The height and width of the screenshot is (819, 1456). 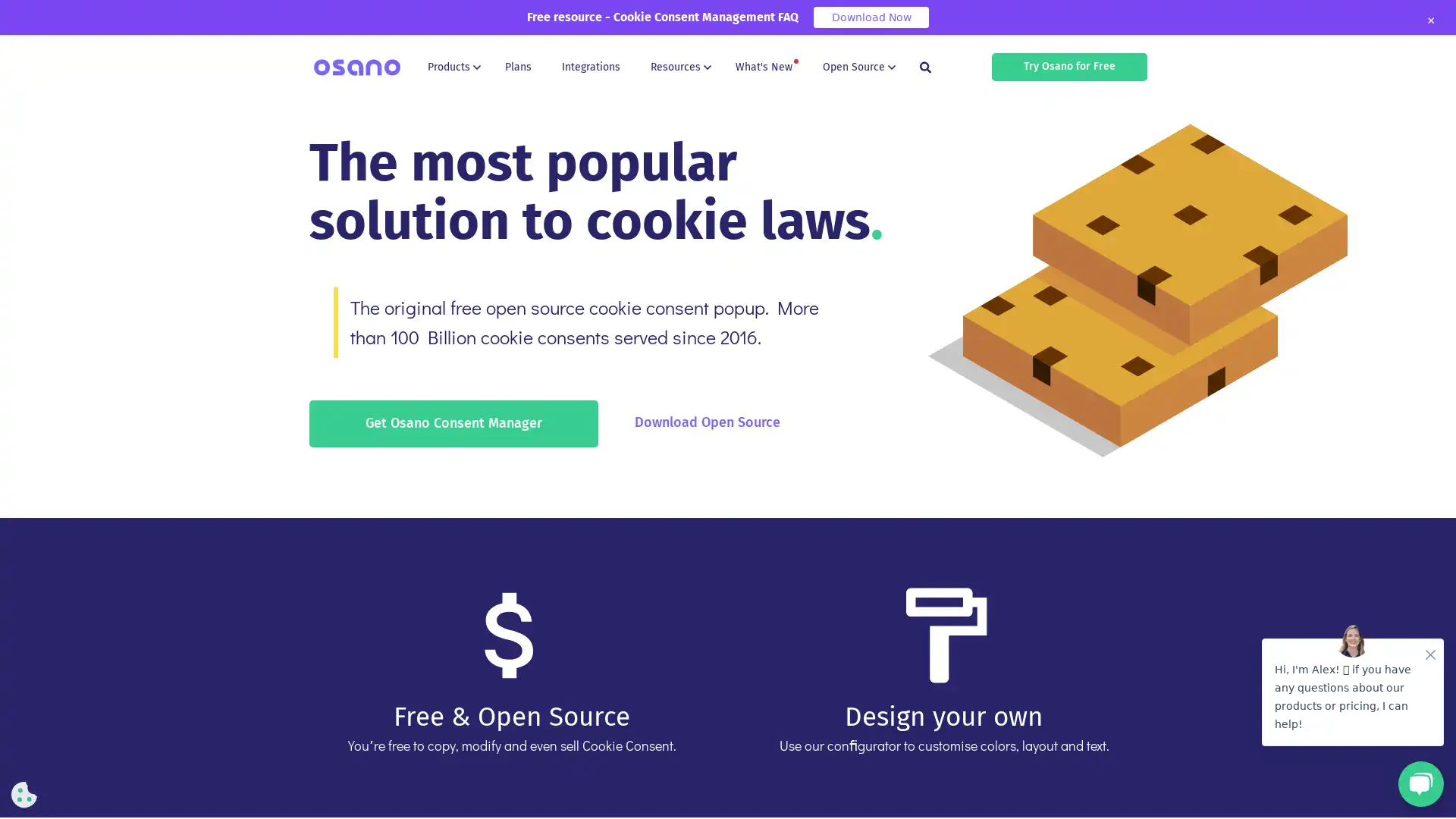 What do you see at coordinates (24, 794) in the screenshot?
I see `Cookie Preferences` at bounding box center [24, 794].